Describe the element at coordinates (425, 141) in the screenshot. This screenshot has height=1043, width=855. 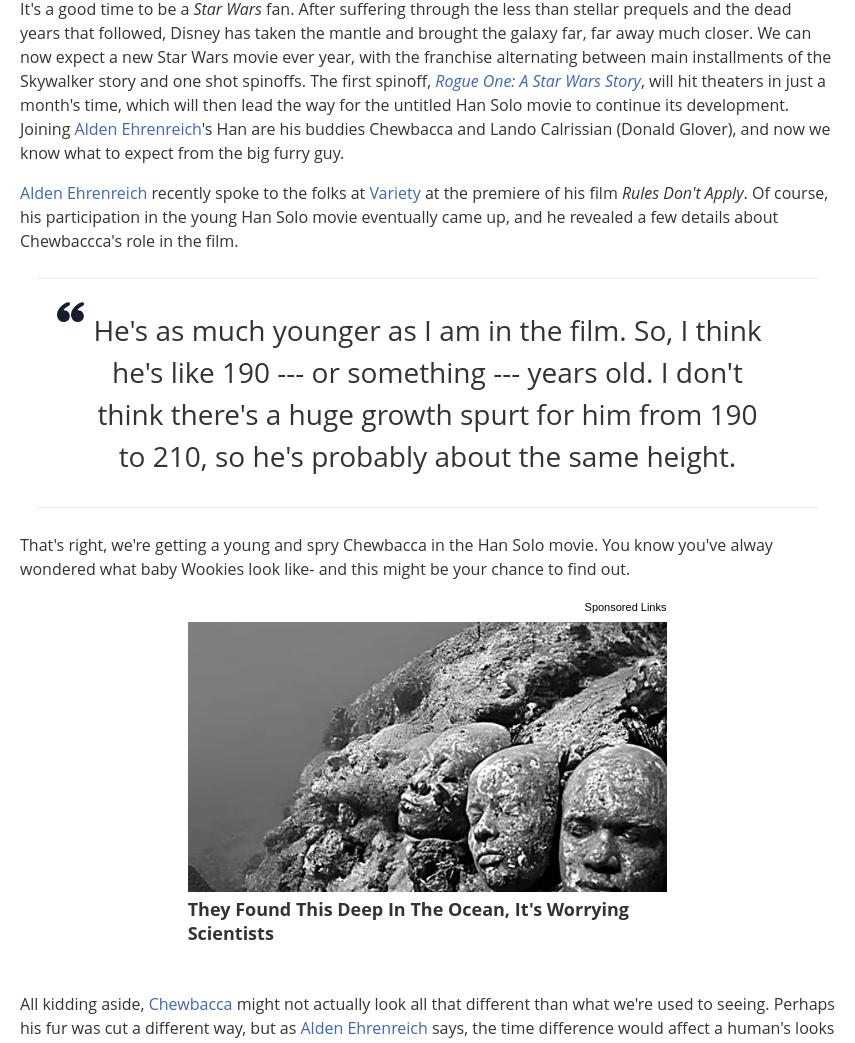
I see `''s Han are his buddies Chewbacca and Lando Calrissian (Donald Glover), and now we know what to expect from the big furry guy.'` at that location.